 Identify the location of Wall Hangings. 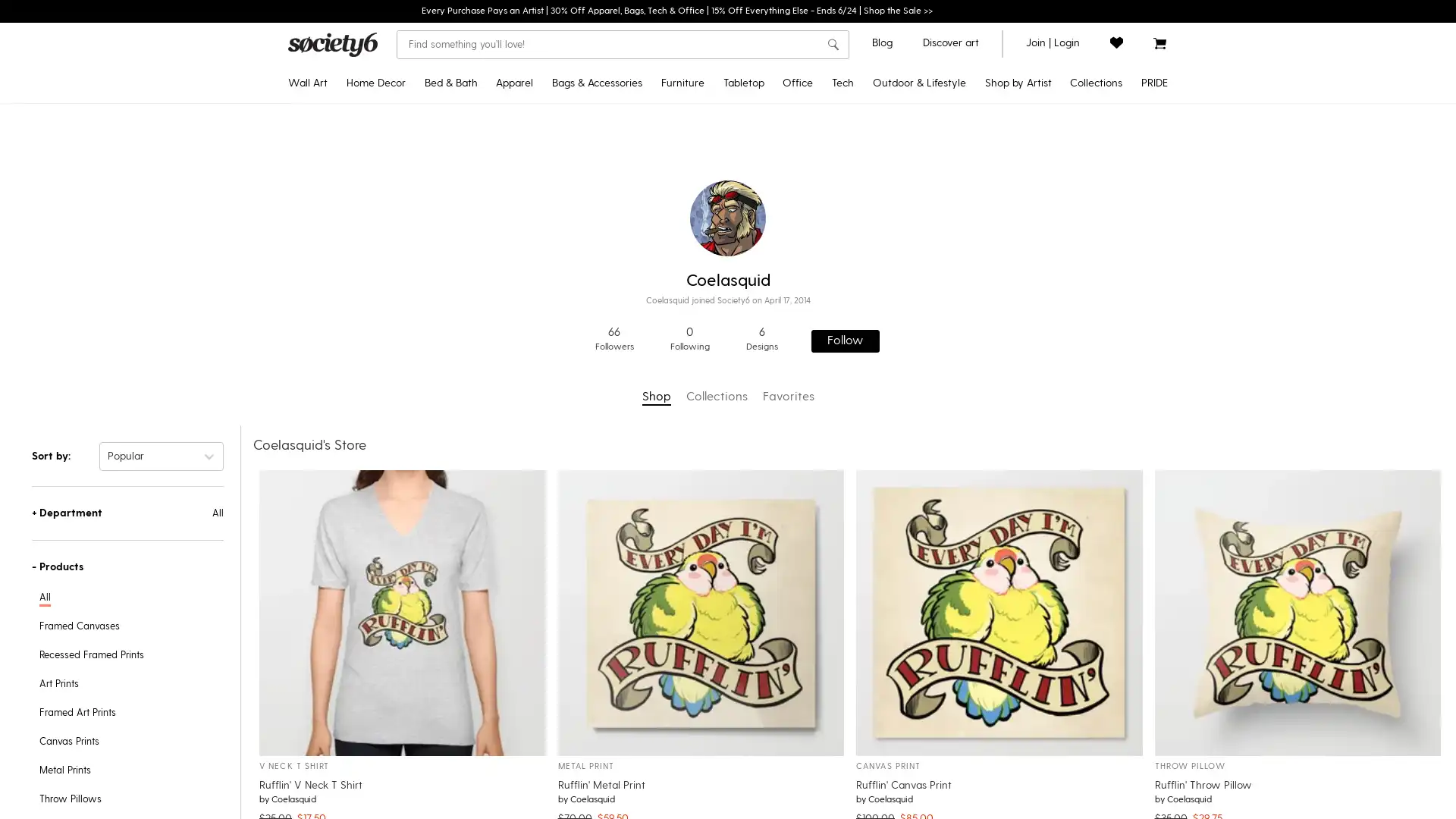
(356, 341).